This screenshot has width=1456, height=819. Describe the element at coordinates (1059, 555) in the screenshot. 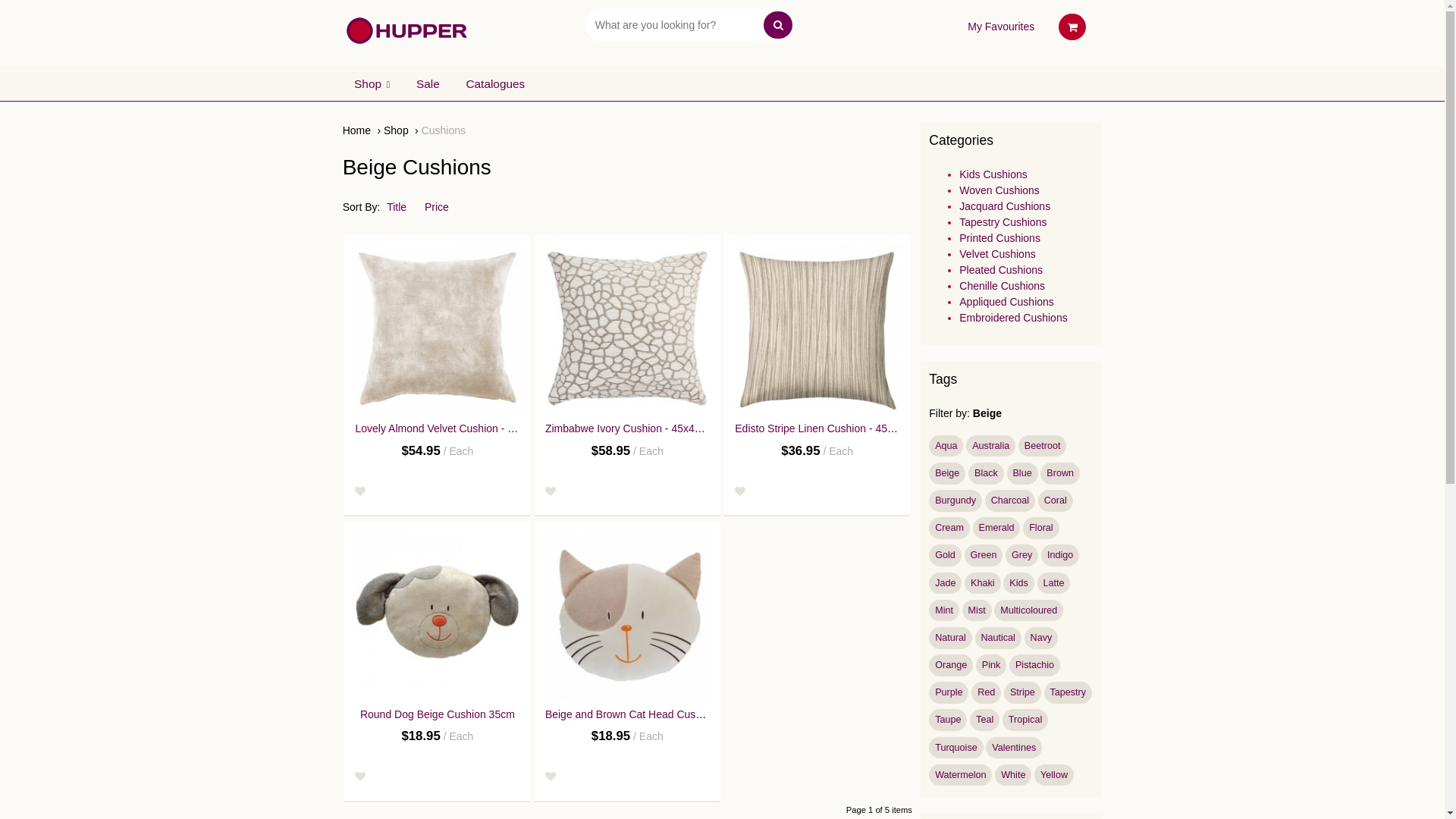

I see `'Indigo'` at that location.